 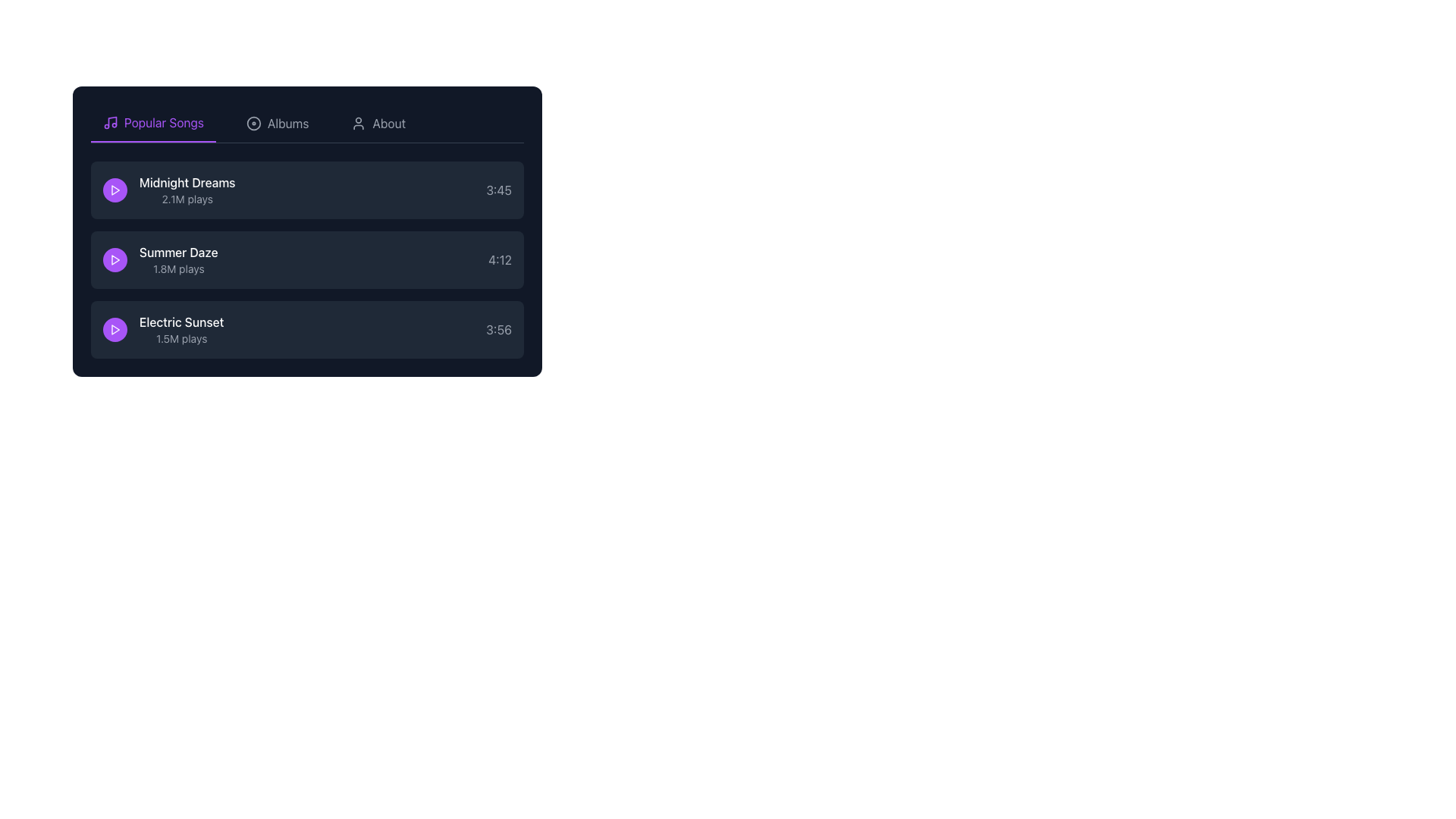 What do you see at coordinates (115, 329) in the screenshot?
I see `the play button for the song 'Electric Sunset'` at bounding box center [115, 329].